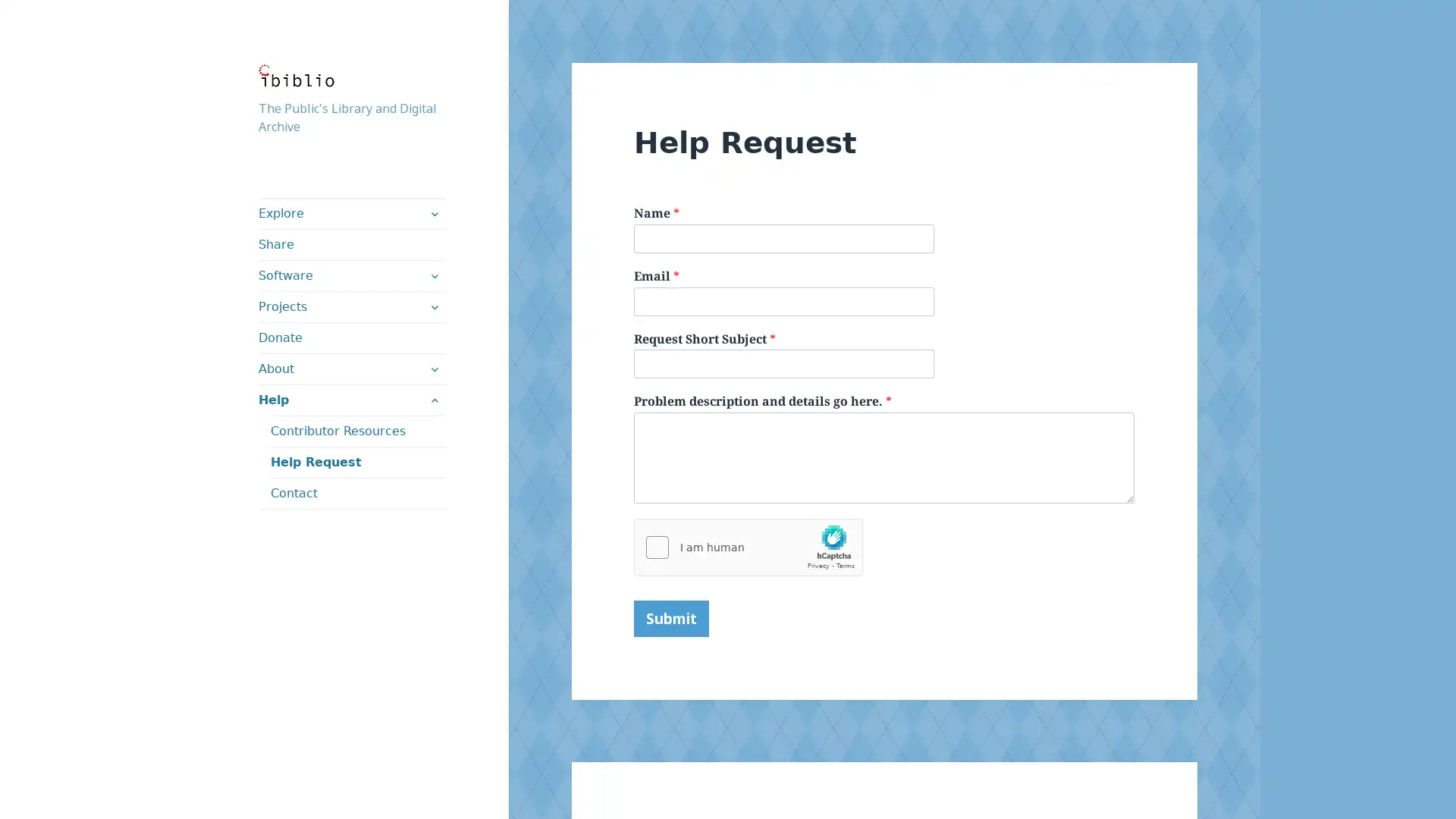 The height and width of the screenshot is (819, 1456). What do you see at coordinates (670, 619) in the screenshot?
I see `Submit` at bounding box center [670, 619].